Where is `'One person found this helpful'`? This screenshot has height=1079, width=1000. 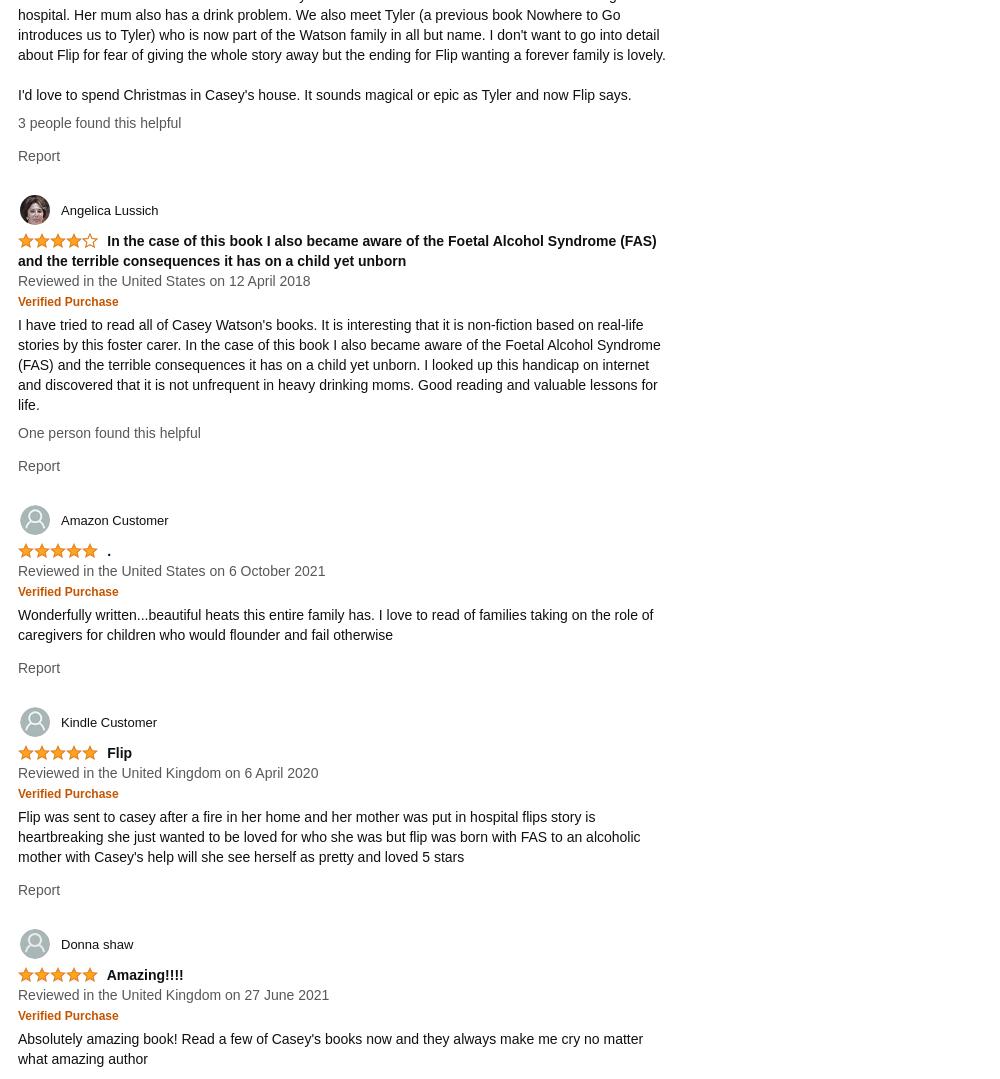
'One person found this helpful' is located at coordinates (18, 433).